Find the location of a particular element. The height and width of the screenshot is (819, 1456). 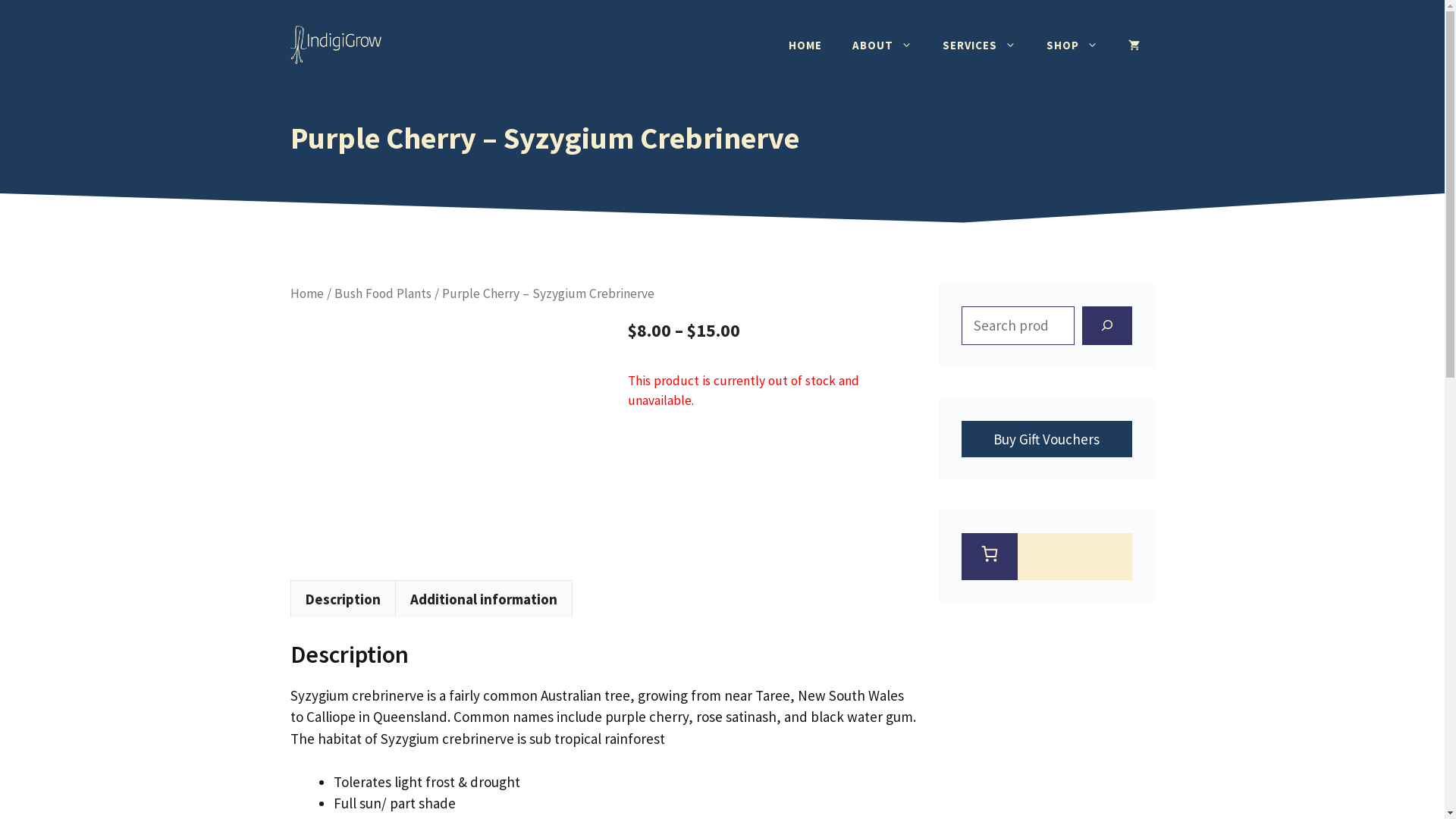

'Bush Food Plants' is located at coordinates (382, 293).